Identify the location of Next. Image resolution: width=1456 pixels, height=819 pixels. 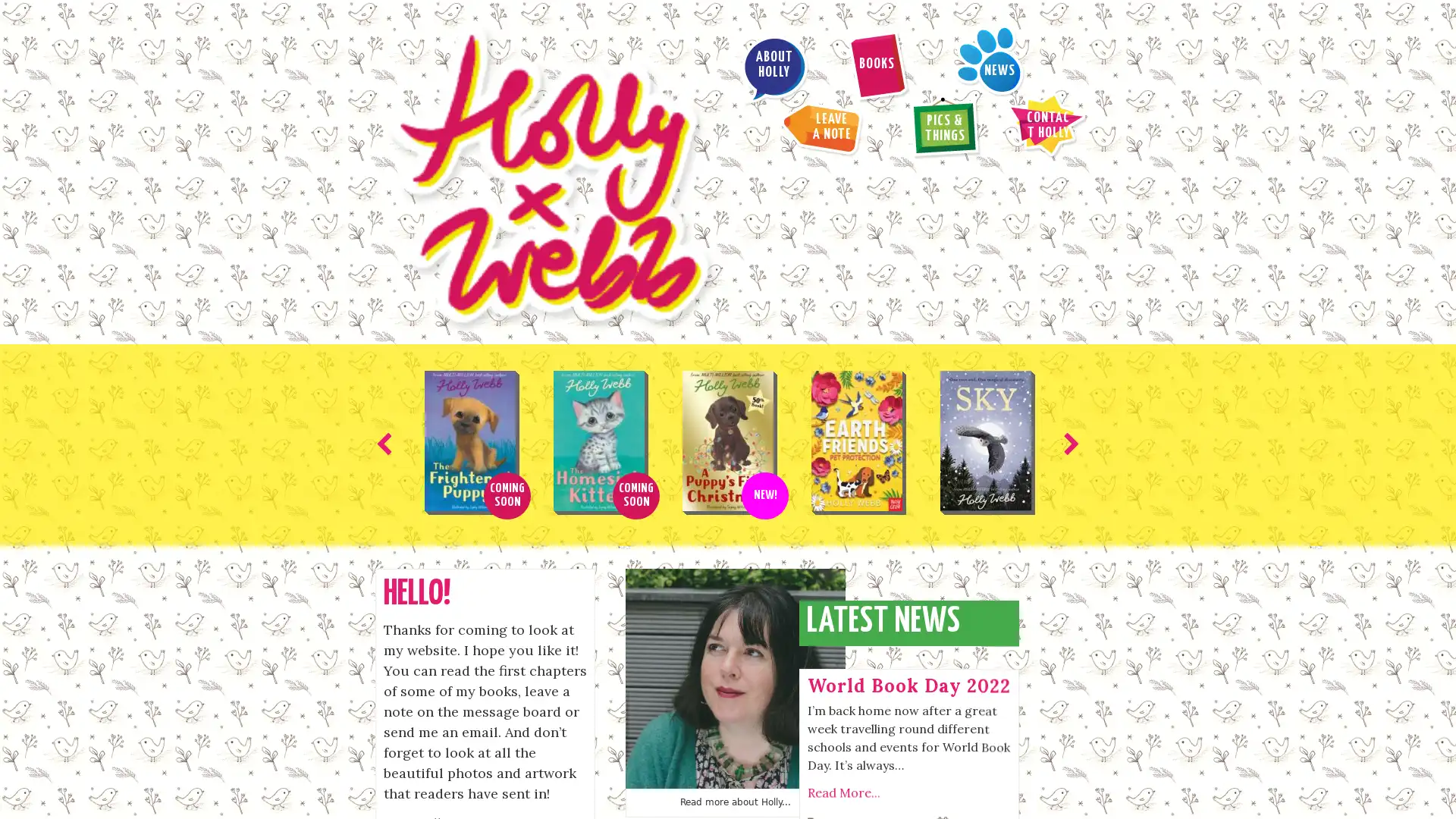
(1068, 265).